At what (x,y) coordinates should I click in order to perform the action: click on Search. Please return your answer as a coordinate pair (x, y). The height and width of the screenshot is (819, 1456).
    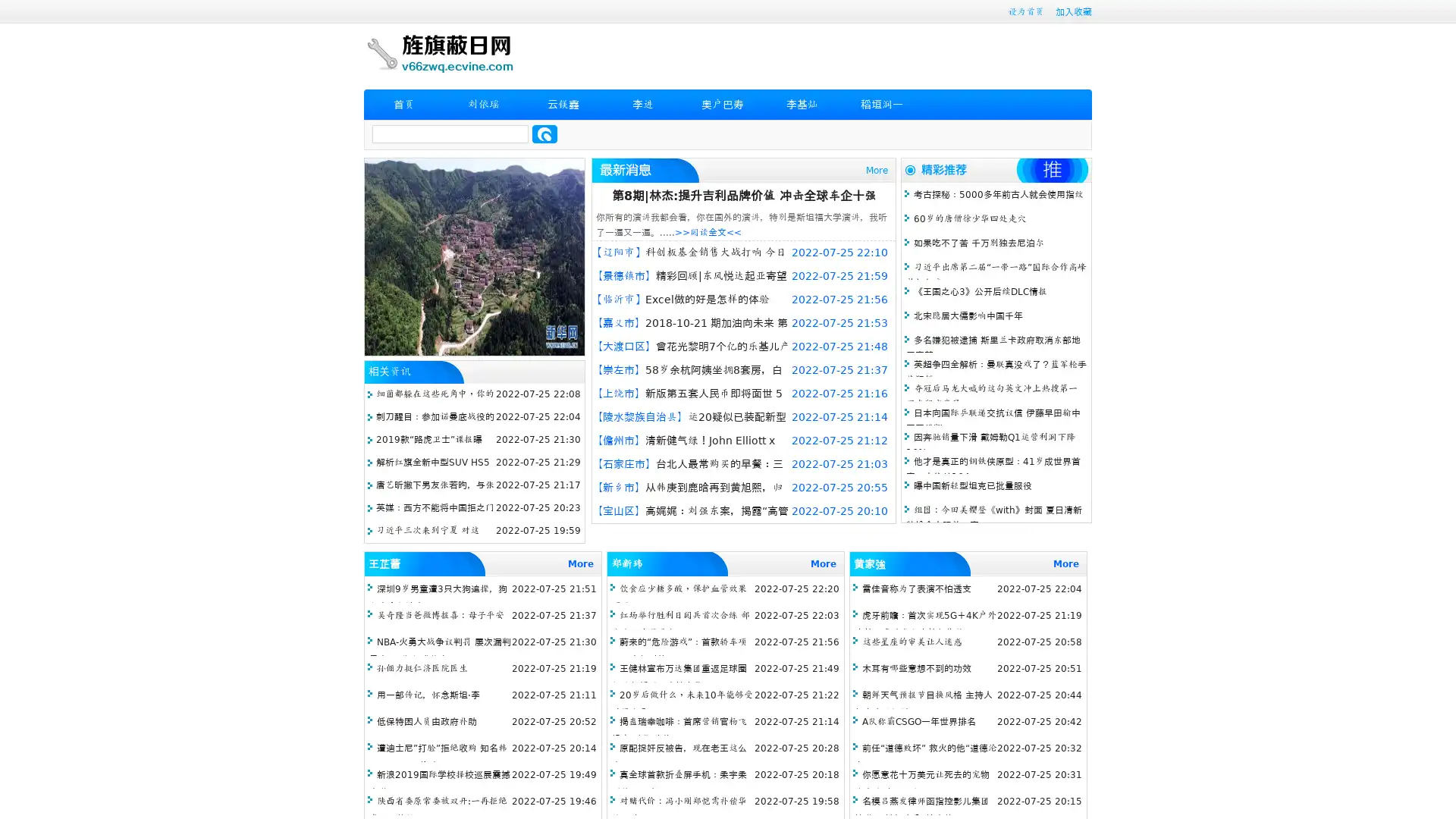
    Looking at the image, I should click on (544, 133).